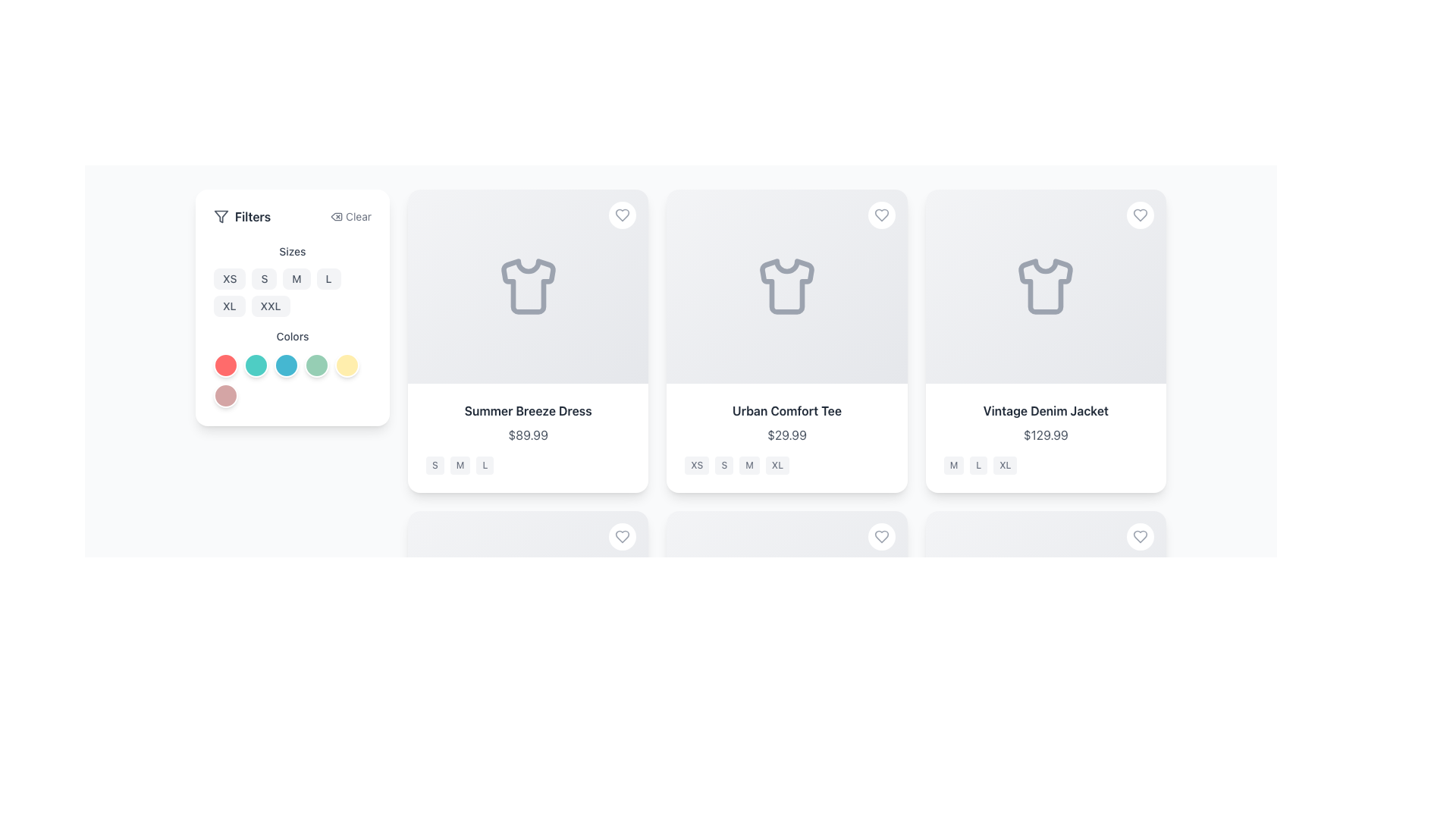 This screenshot has height=819, width=1456. I want to click on each button in the Interactive button group located in the 'Colors' section of the 'Filters' panel on the left side of the interface, positioned below the 'Sizes' options, so click(292, 379).